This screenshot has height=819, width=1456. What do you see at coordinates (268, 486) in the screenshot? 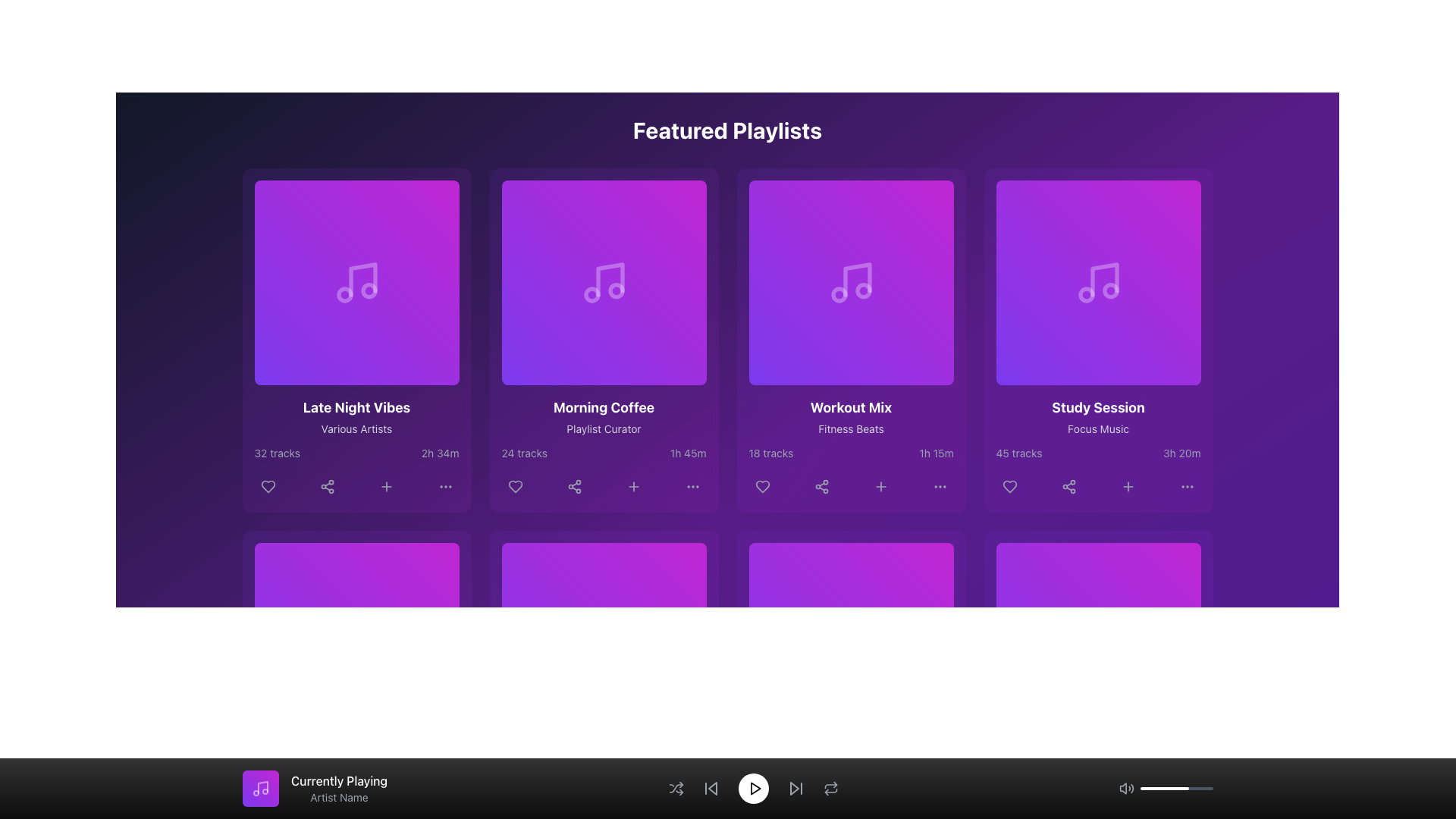
I see `the heart-shaped icon button located at the bottom left corner of the first card in the featured playlists section` at bounding box center [268, 486].